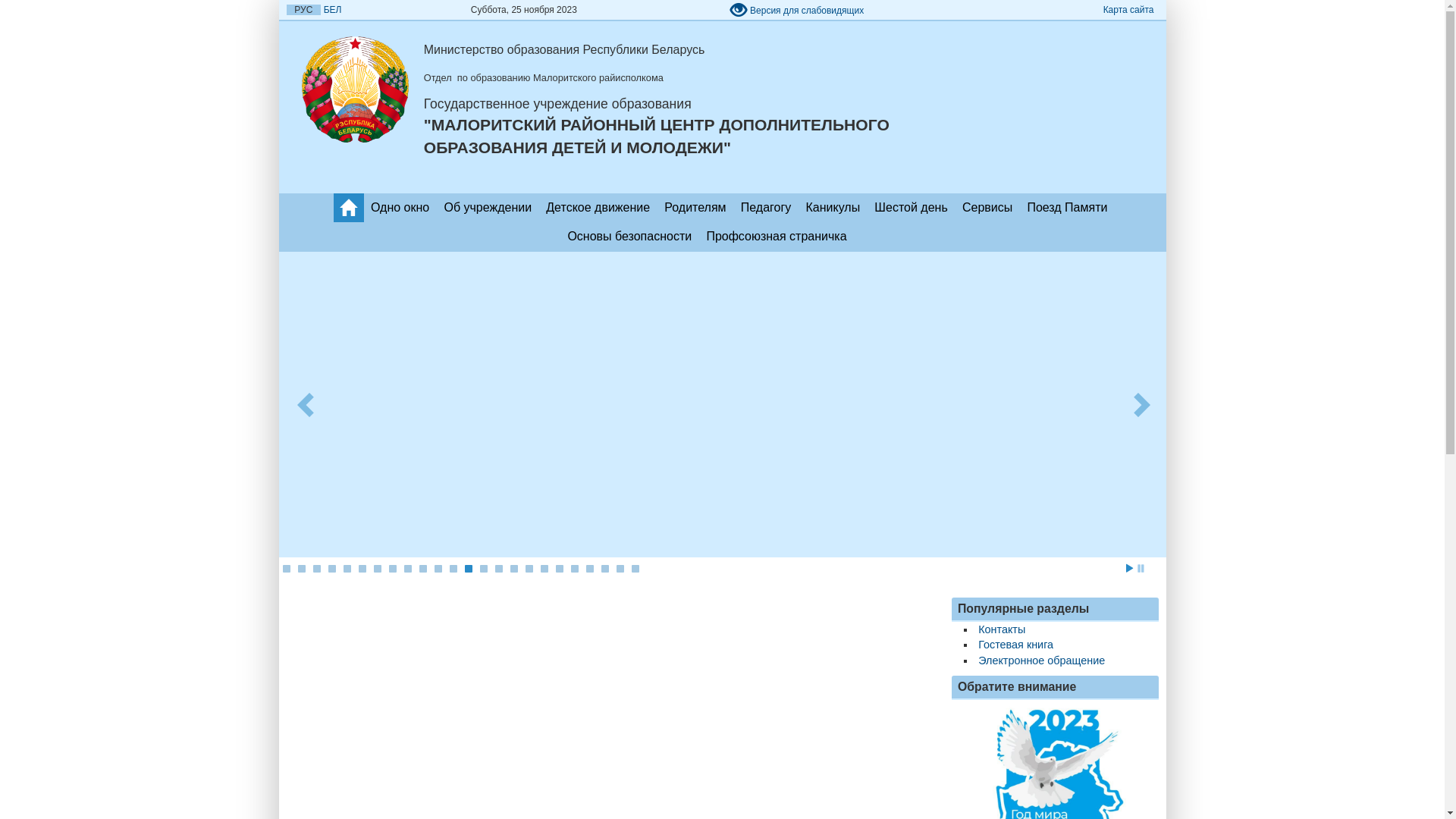 This screenshot has height=819, width=1456. I want to click on '15', so click(494, 568).